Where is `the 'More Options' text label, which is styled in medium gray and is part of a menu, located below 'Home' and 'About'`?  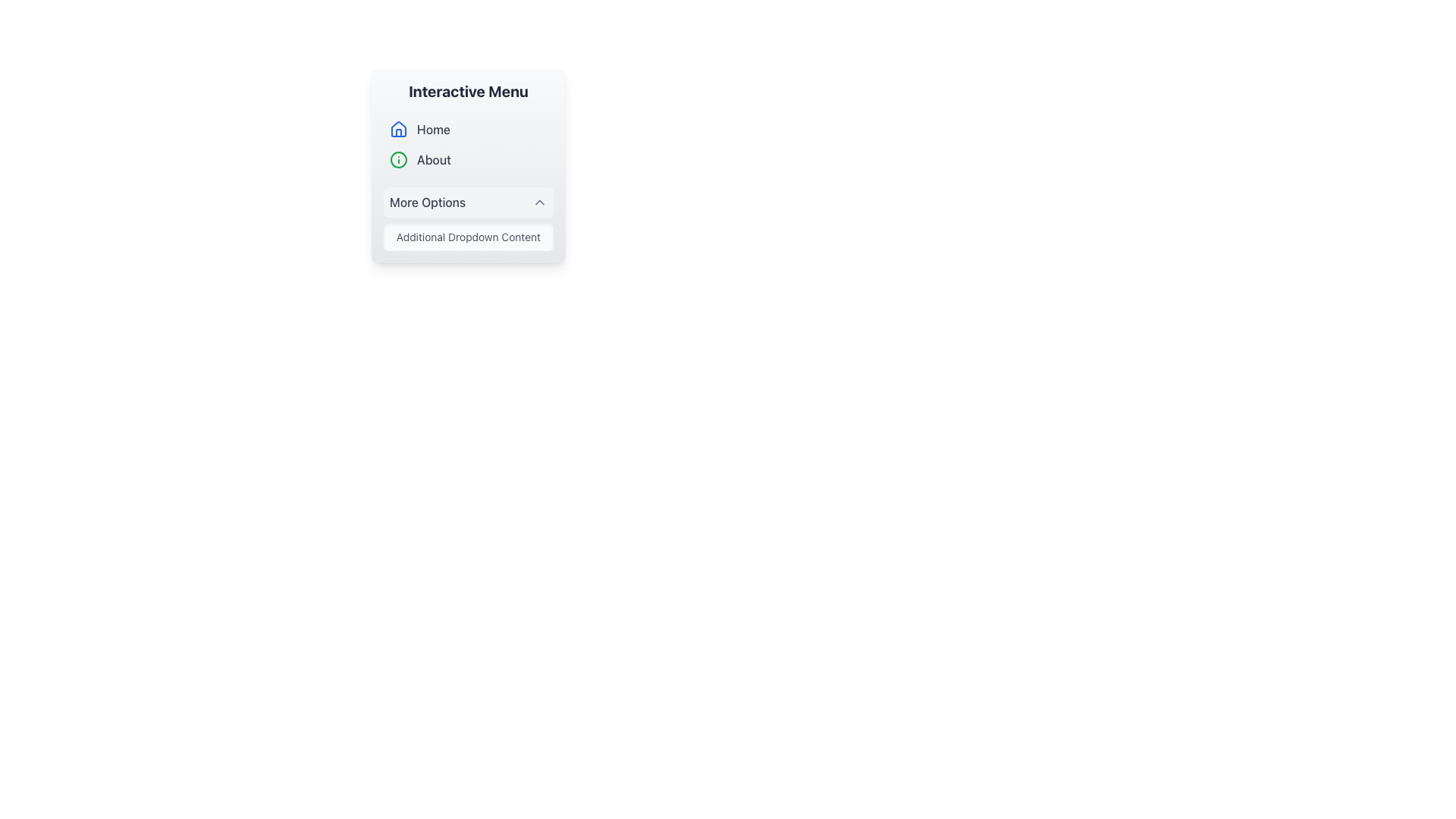
the 'More Options' text label, which is styled in medium gray and is part of a menu, located below 'Home' and 'About' is located at coordinates (427, 201).